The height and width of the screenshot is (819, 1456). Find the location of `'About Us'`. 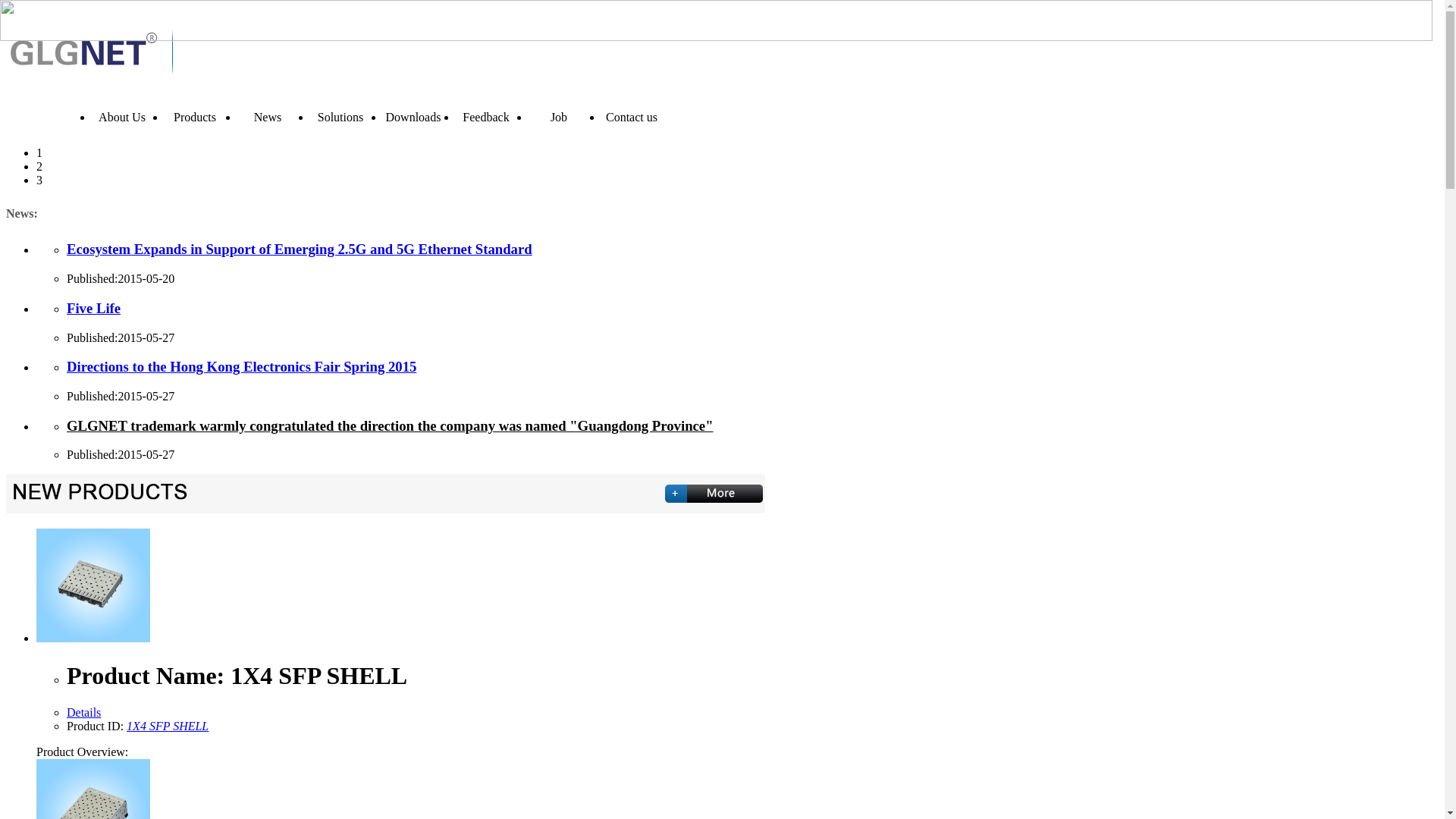

'About Us' is located at coordinates (122, 116).